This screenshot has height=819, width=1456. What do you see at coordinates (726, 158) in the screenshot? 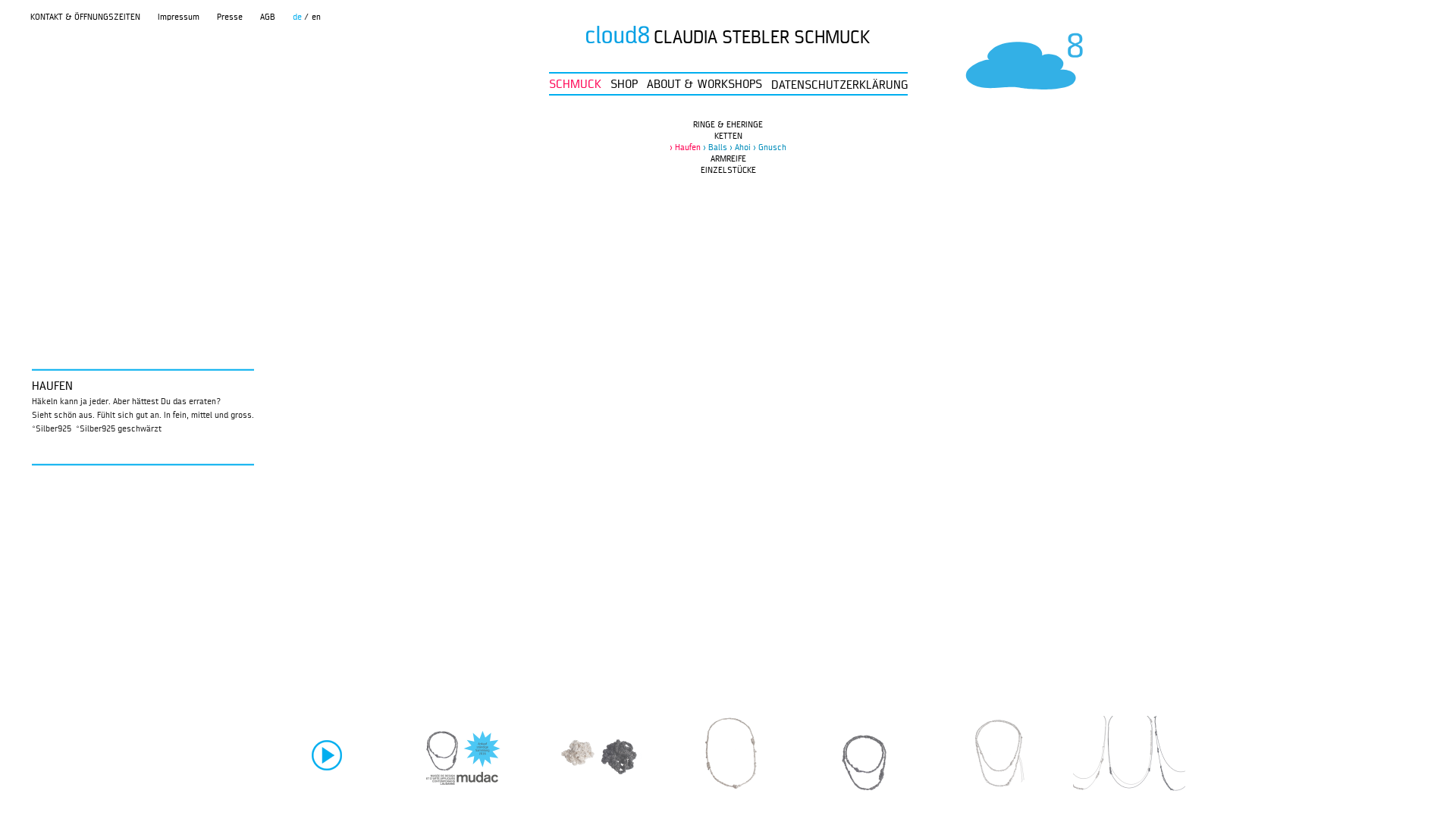
I see `'ARMREIFE'` at bounding box center [726, 158].